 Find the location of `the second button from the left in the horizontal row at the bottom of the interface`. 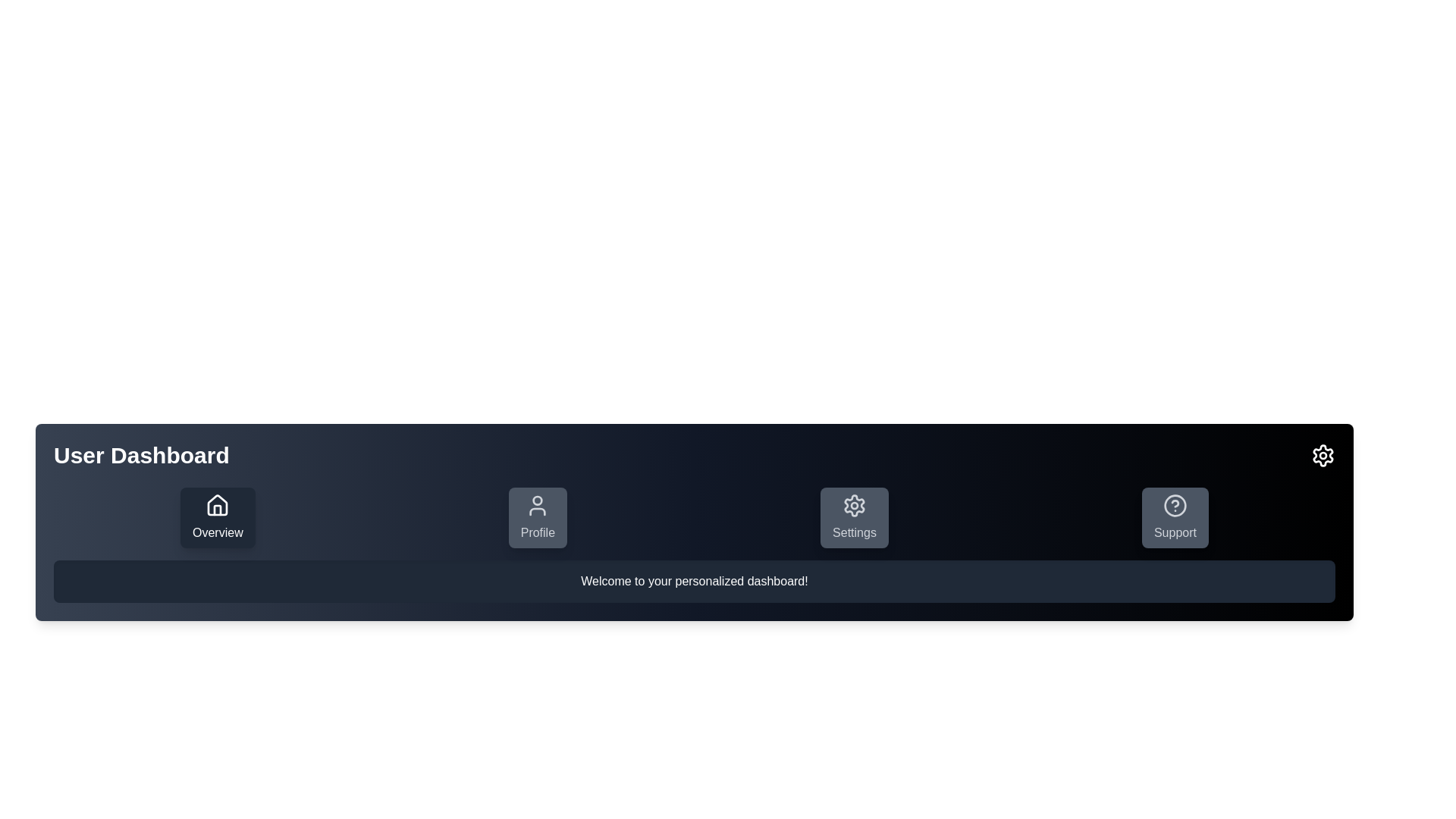

the second button from the left in the horizontal row at the bottom of the interface is located at coordinates (538, 516).